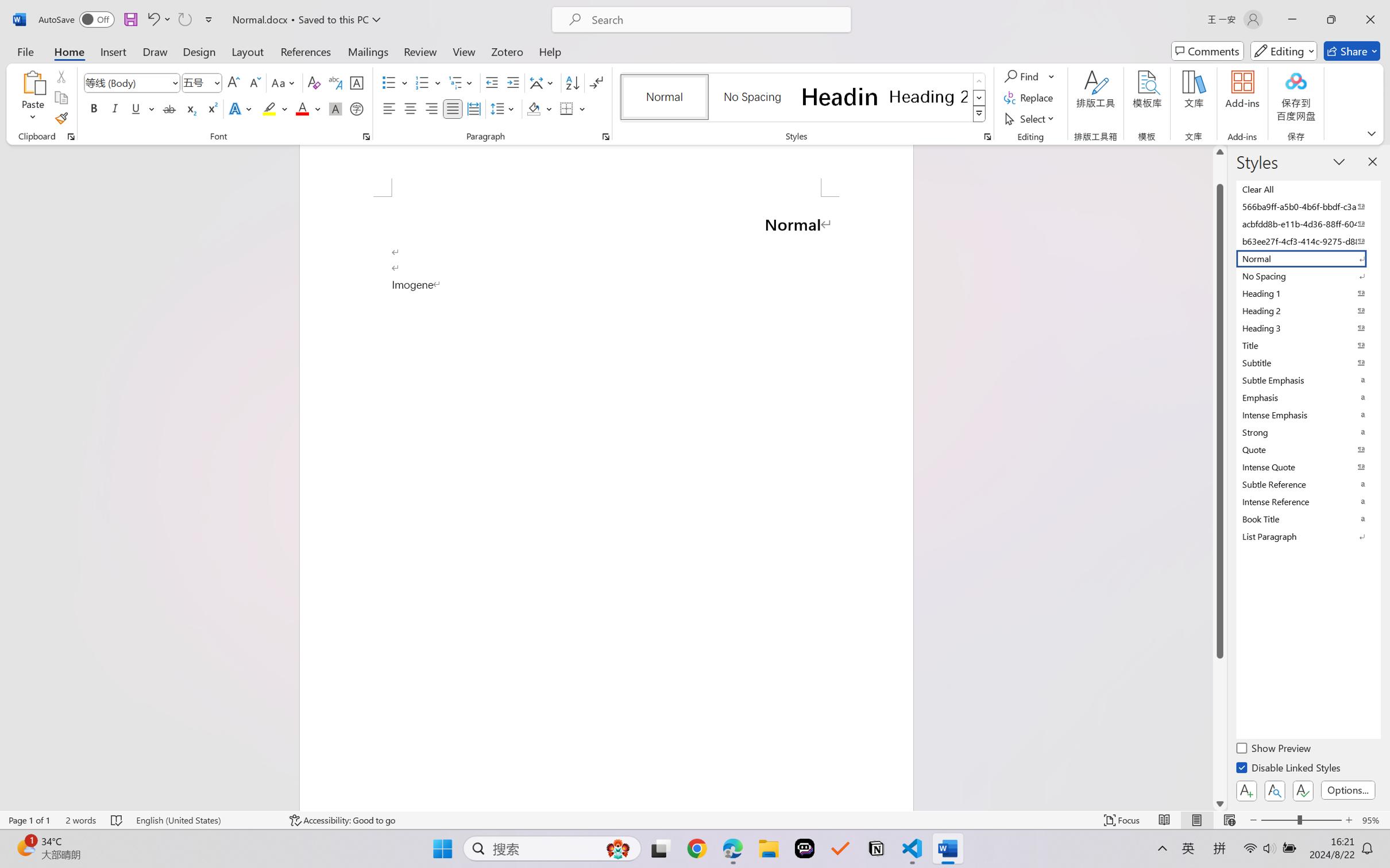 The width and height of the screenshot is (1390, 868). I want to click on 'Show/Hide Editing Marks', so click(596, 83).